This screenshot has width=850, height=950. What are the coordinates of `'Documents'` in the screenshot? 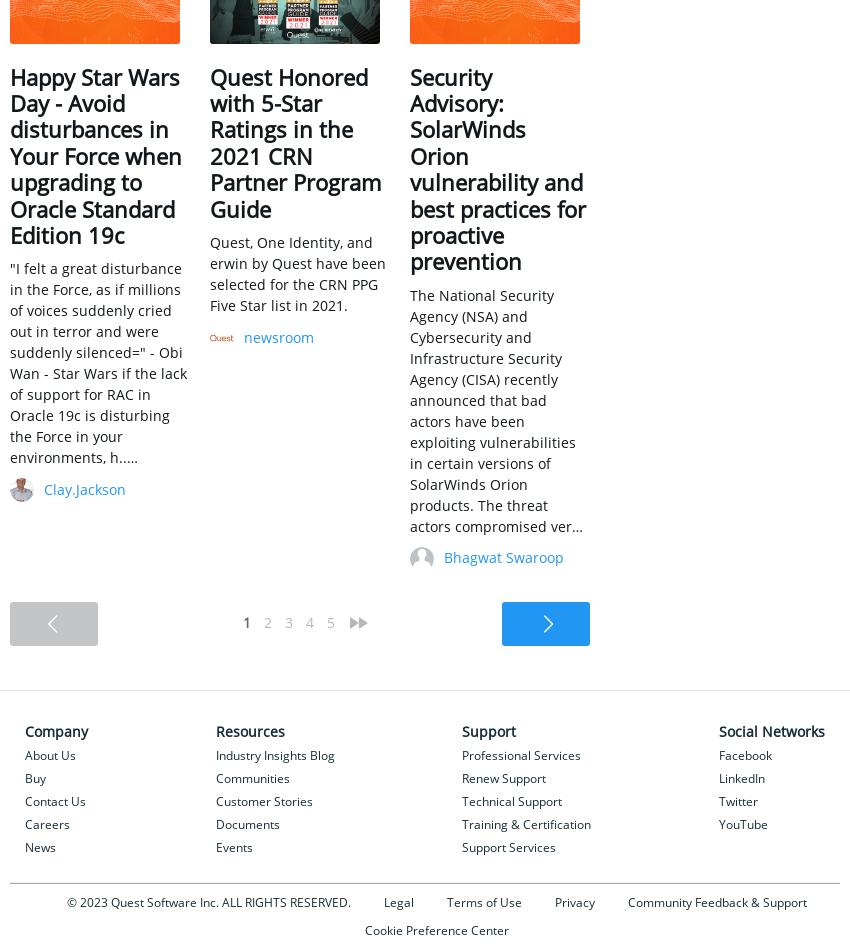 It's located at (214, 822).